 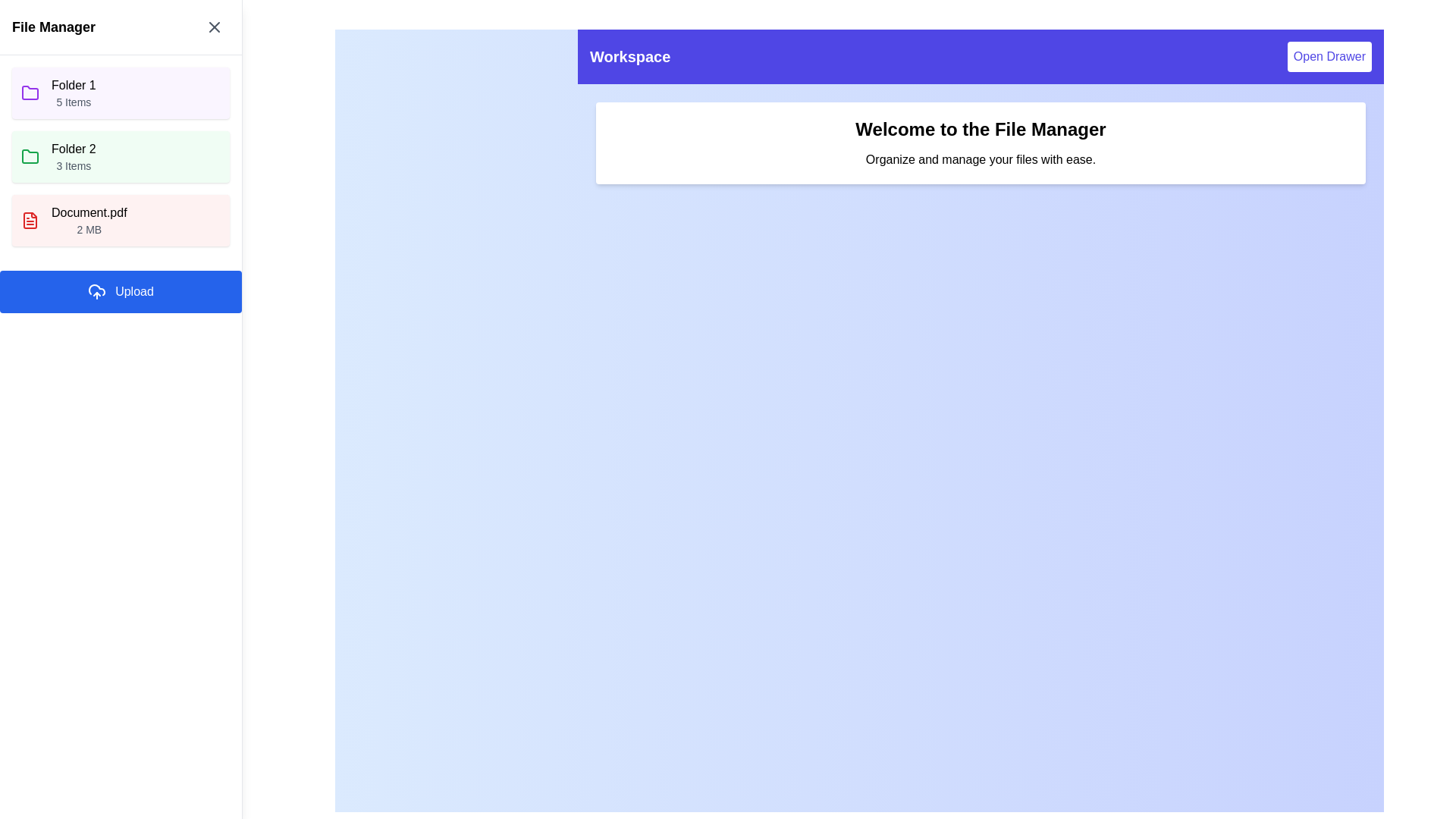 What do you see at coordinates (73, 166) in the screenshot?
I see `information displayed in the Text label that shows the number of items in 'Folder 2', positioned in the left sidebar, below the folder title and above 'Document.pdf'` at bounding box center [73, 166].